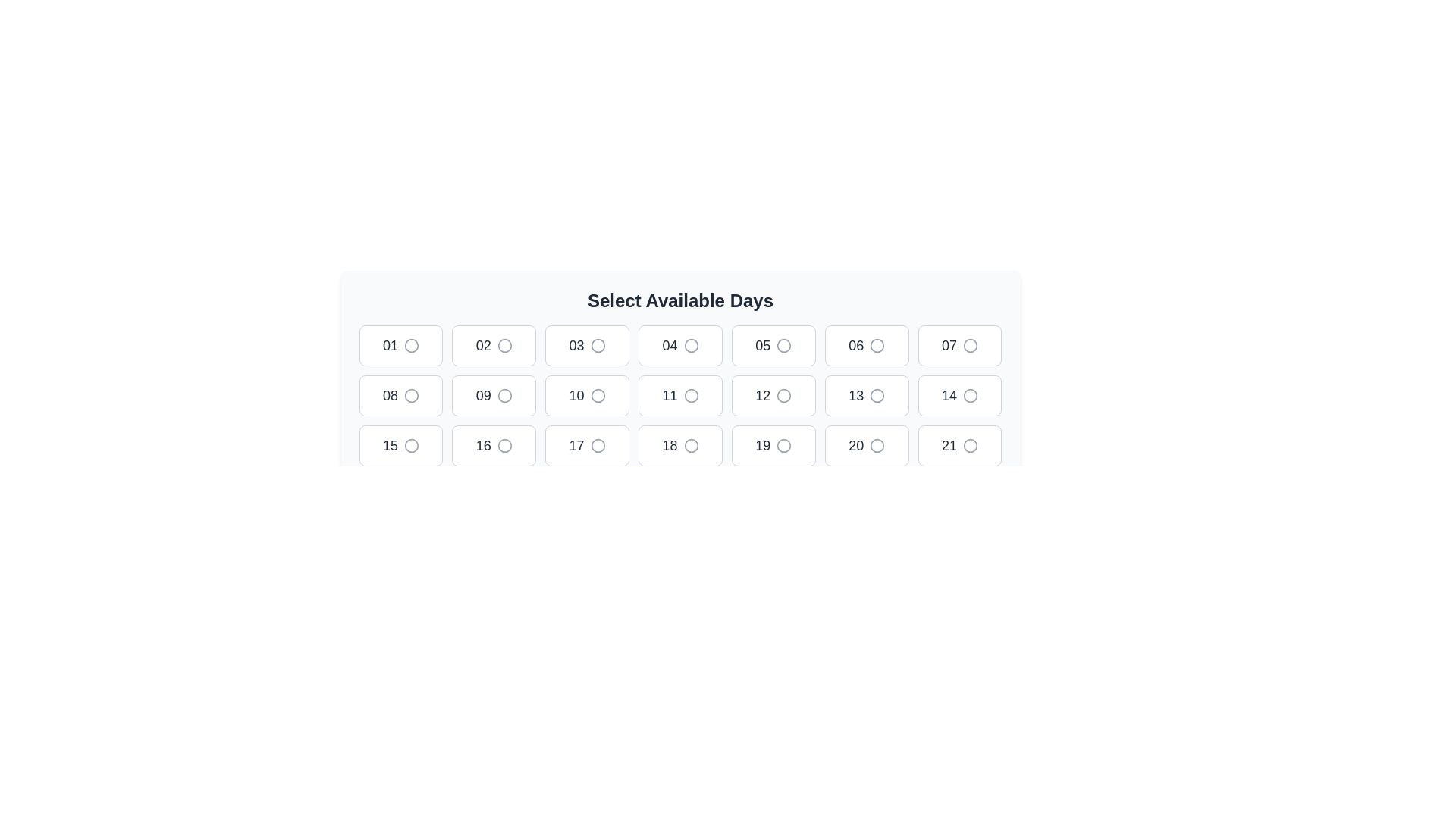 The height and width of the screenshot is (819, 1456). Describe the element at coordinates (411, 444) in the screenshot. I see `the circular icon with a gray border and white fill located beside the number '15' for keyboard interaction` at that location.